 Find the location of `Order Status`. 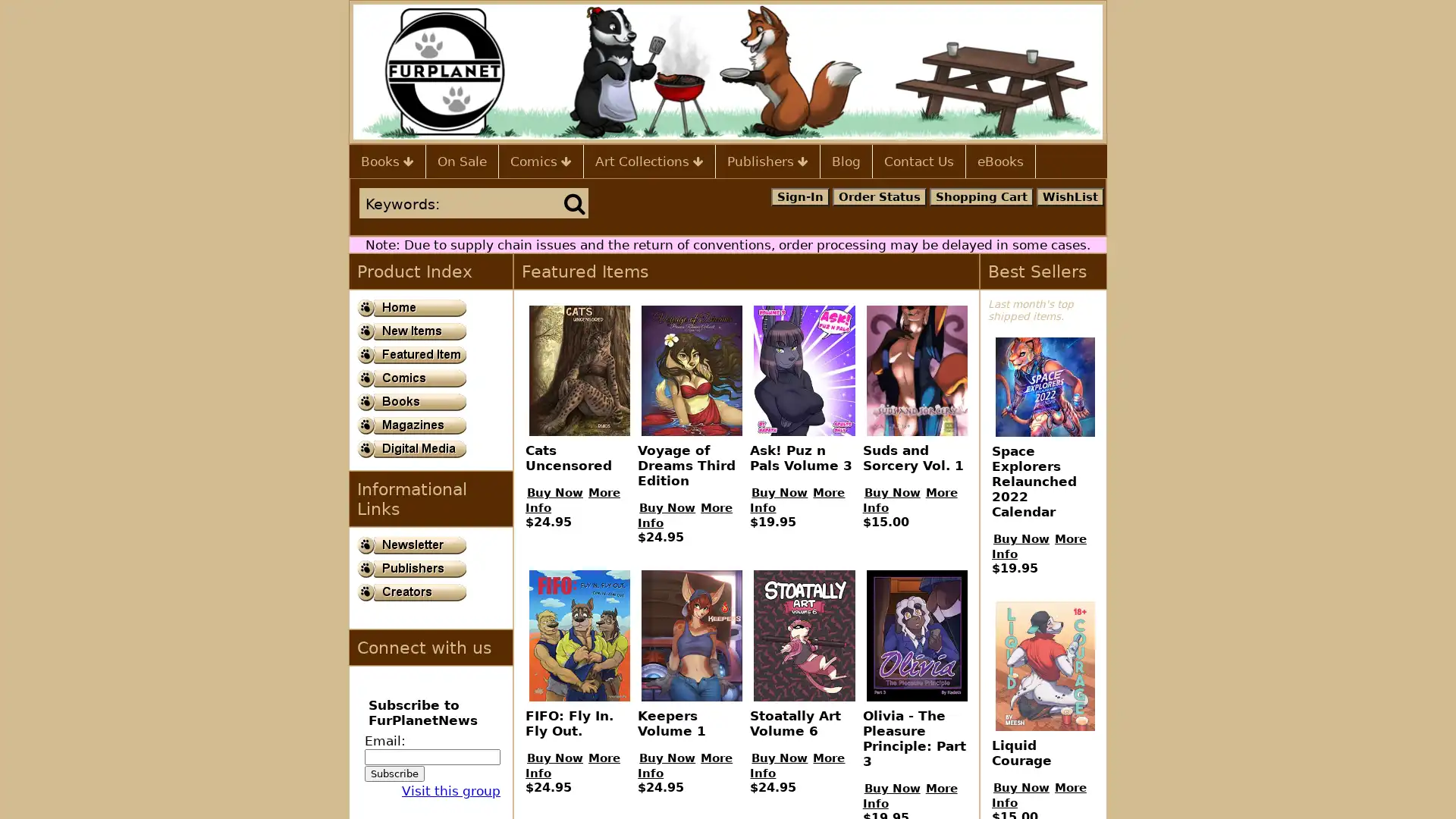

Order Status is located at coordinates (880, 195).